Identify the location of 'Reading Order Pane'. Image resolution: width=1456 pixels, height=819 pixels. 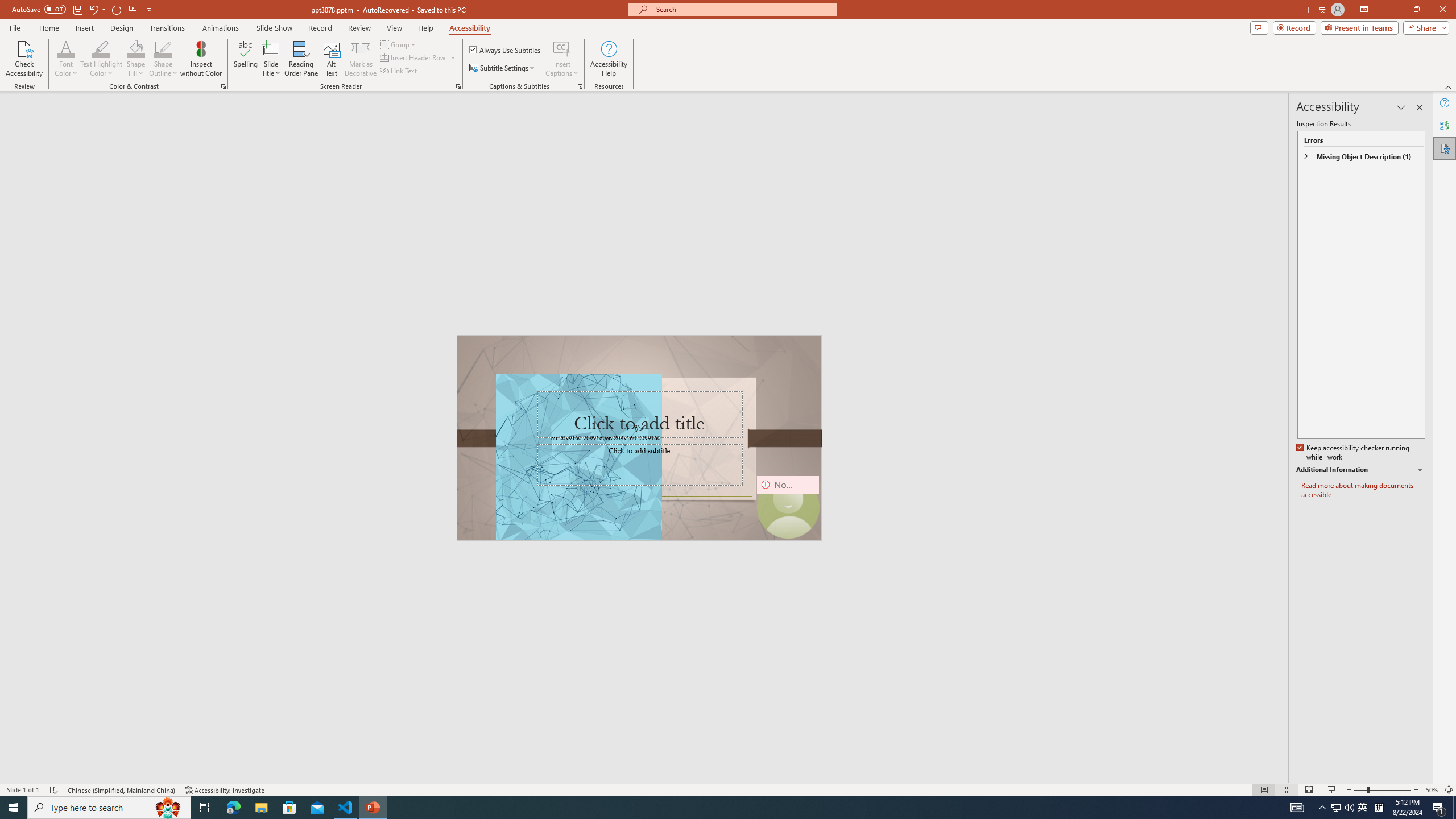
(301, 59).